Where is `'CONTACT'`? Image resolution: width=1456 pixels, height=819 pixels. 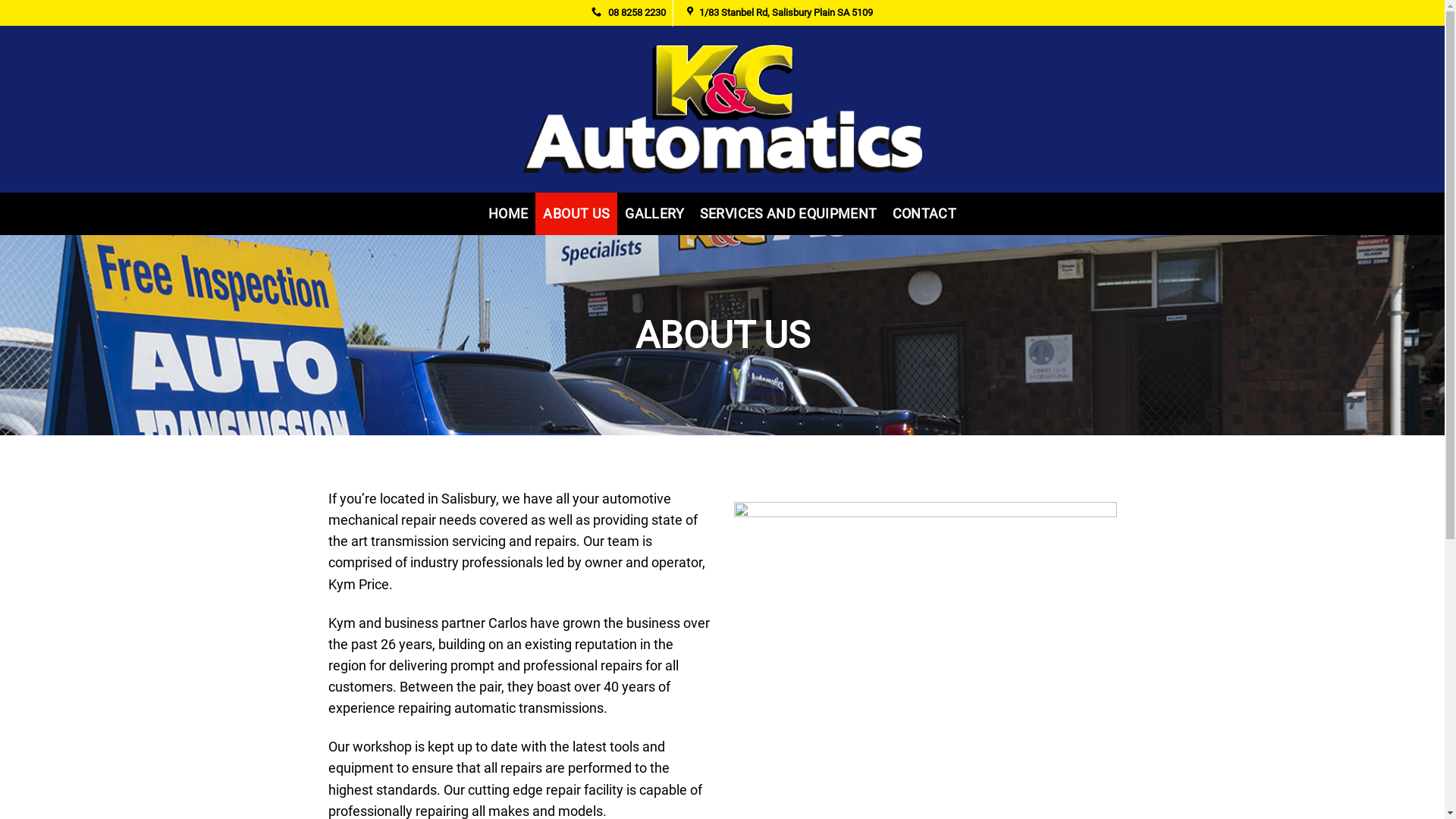 'CONTACT' is located at coordinates (923, 213).